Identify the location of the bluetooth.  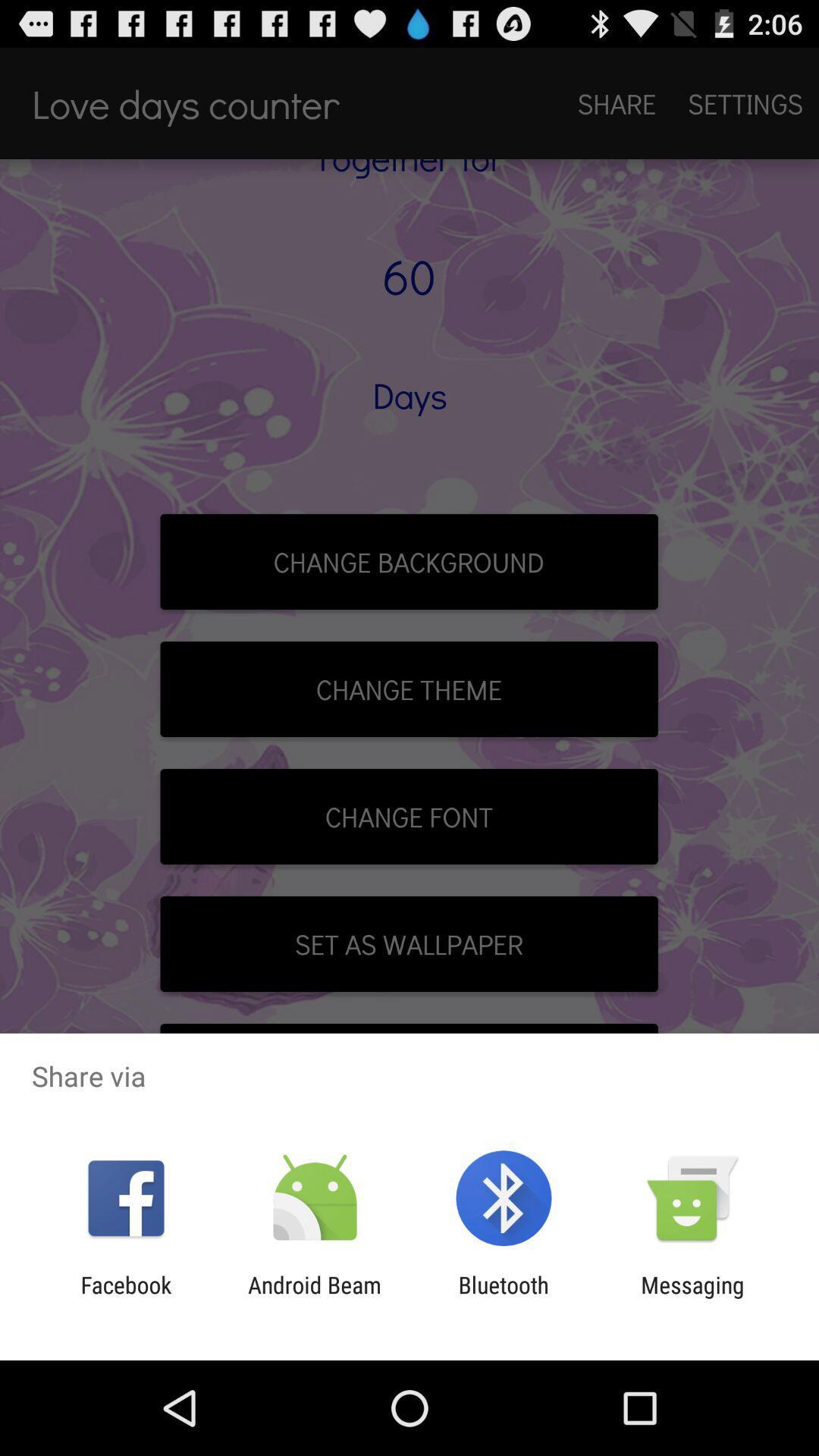
(504, 1298).